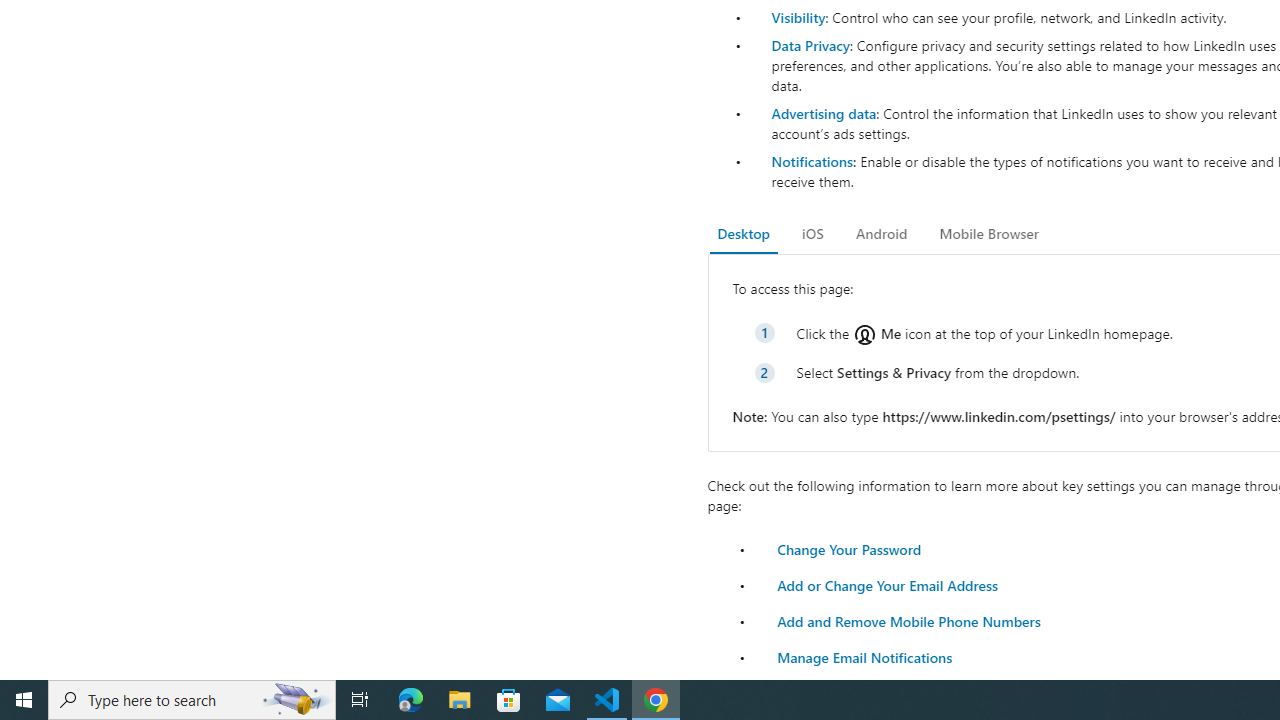 The width and height of the screenshot is (1280, 720). Describe the element at coordinates (810, 45) in the screenshot. I see `'Data Privacy'` at that location.